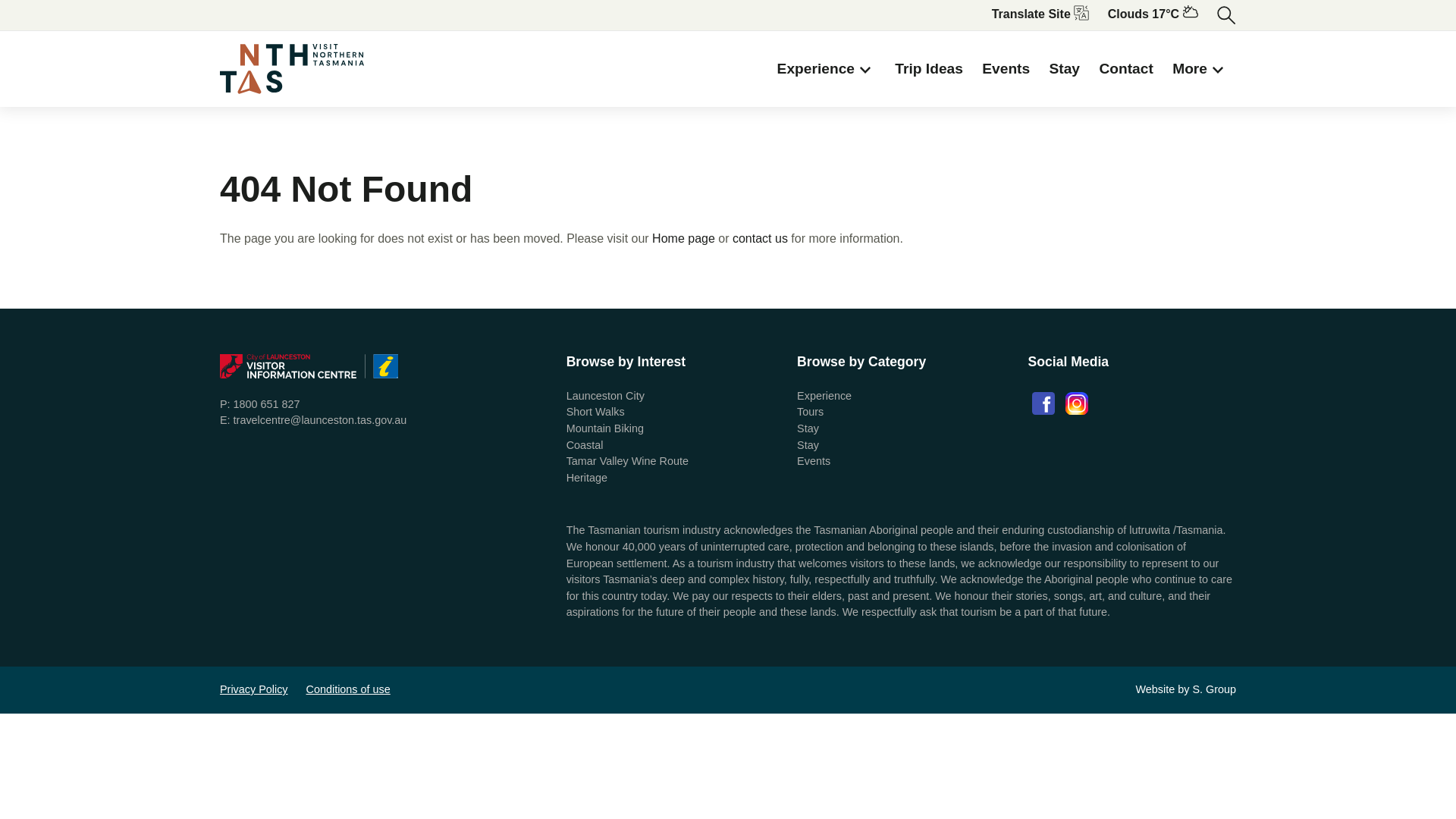 This screenshot has height=819, width=1456. What do you see at coordinates (682, 238) in the screenshot?
I see `'Home page'` at bounding box center [682, 238].